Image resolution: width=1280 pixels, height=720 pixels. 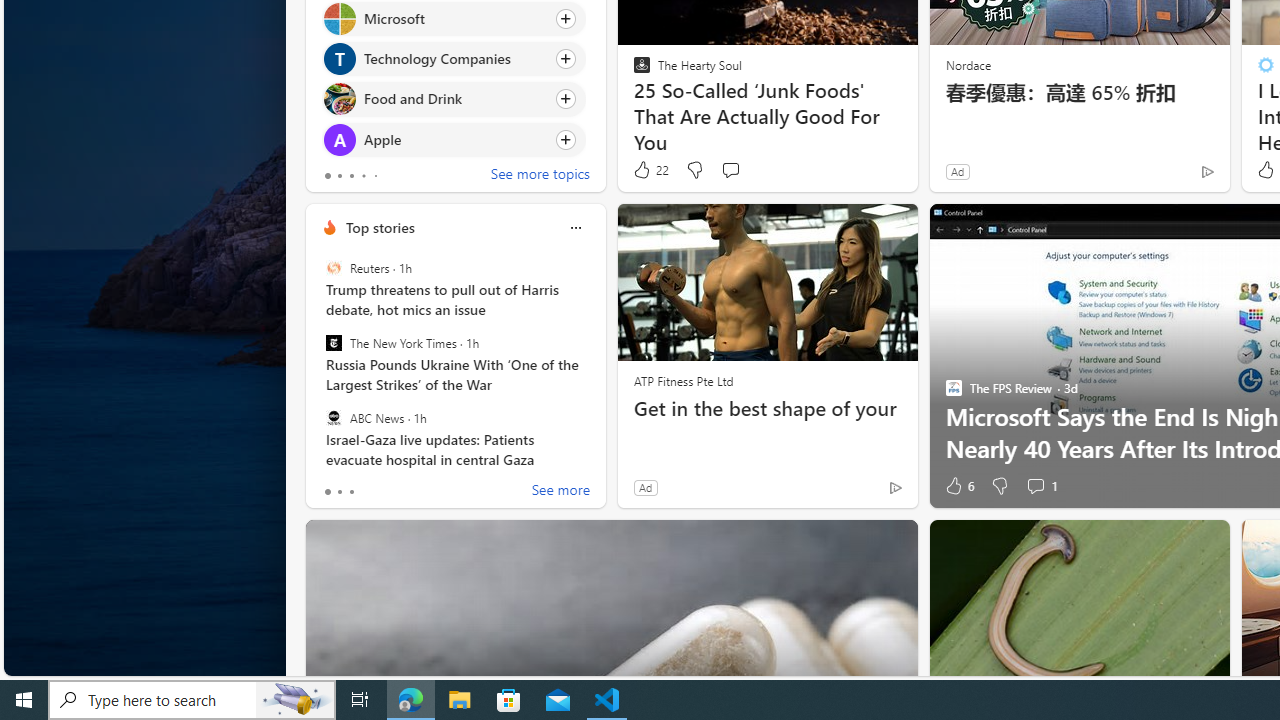 I want to click on 'tab-1', so click(x=339, y=492).